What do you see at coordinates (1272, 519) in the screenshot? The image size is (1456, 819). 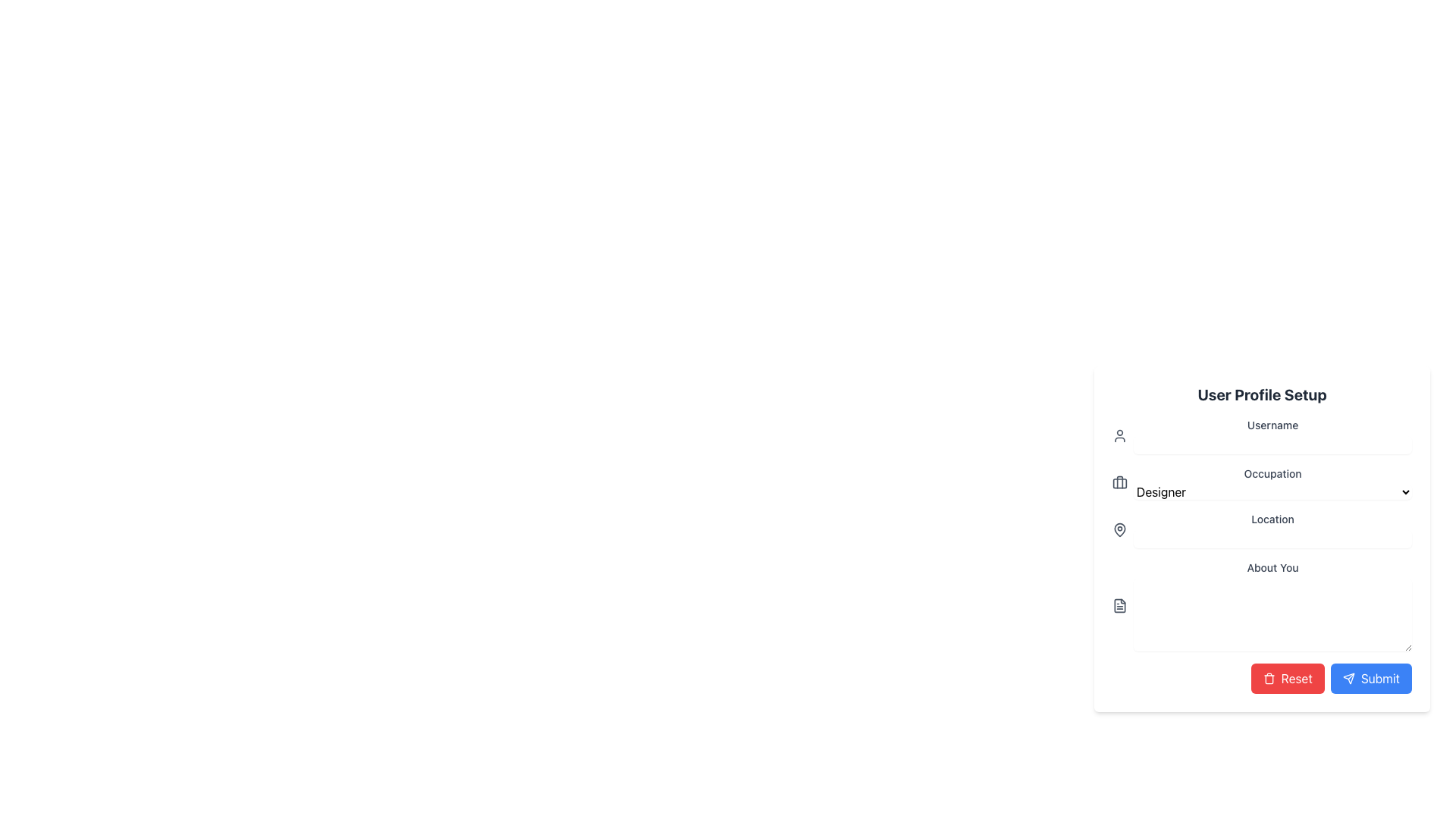 I see `the text label displaying 'Location', which is a small gray font descriptor for an adjacent input field, located below the 'Occupation' dropdown in the middle section of the form layout` at bounding box center [1272, 519].